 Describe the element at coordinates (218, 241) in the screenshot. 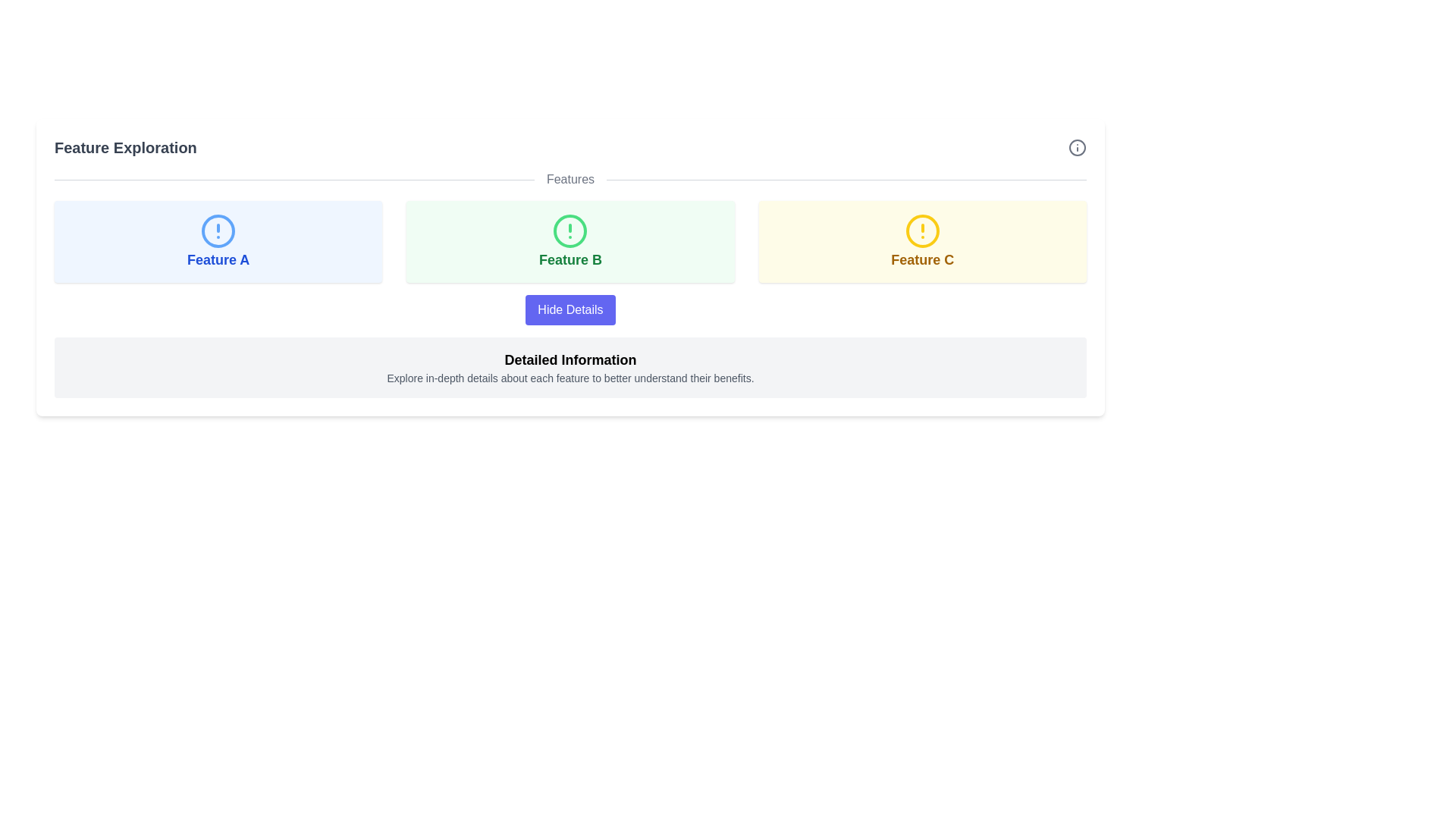

I see `the informational card labeled 'Feature A' which is the first in a grid of three horizontally aligned cards` at that location.